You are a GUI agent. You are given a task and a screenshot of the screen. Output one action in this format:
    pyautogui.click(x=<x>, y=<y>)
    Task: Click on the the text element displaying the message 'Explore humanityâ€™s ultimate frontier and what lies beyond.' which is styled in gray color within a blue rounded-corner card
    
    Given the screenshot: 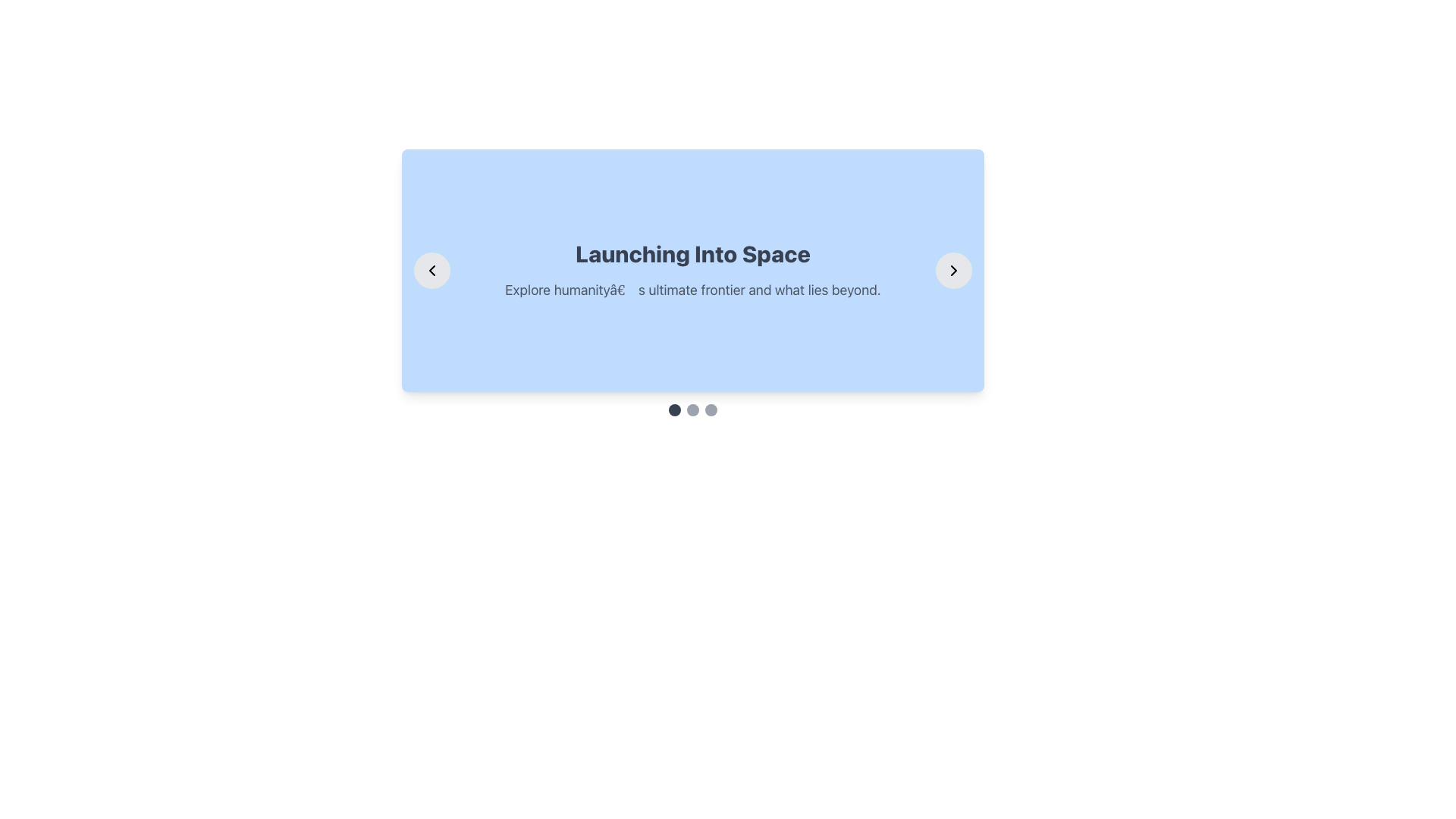 What is the action you would take?
    pyautogui.click(x=692, y=290)
    